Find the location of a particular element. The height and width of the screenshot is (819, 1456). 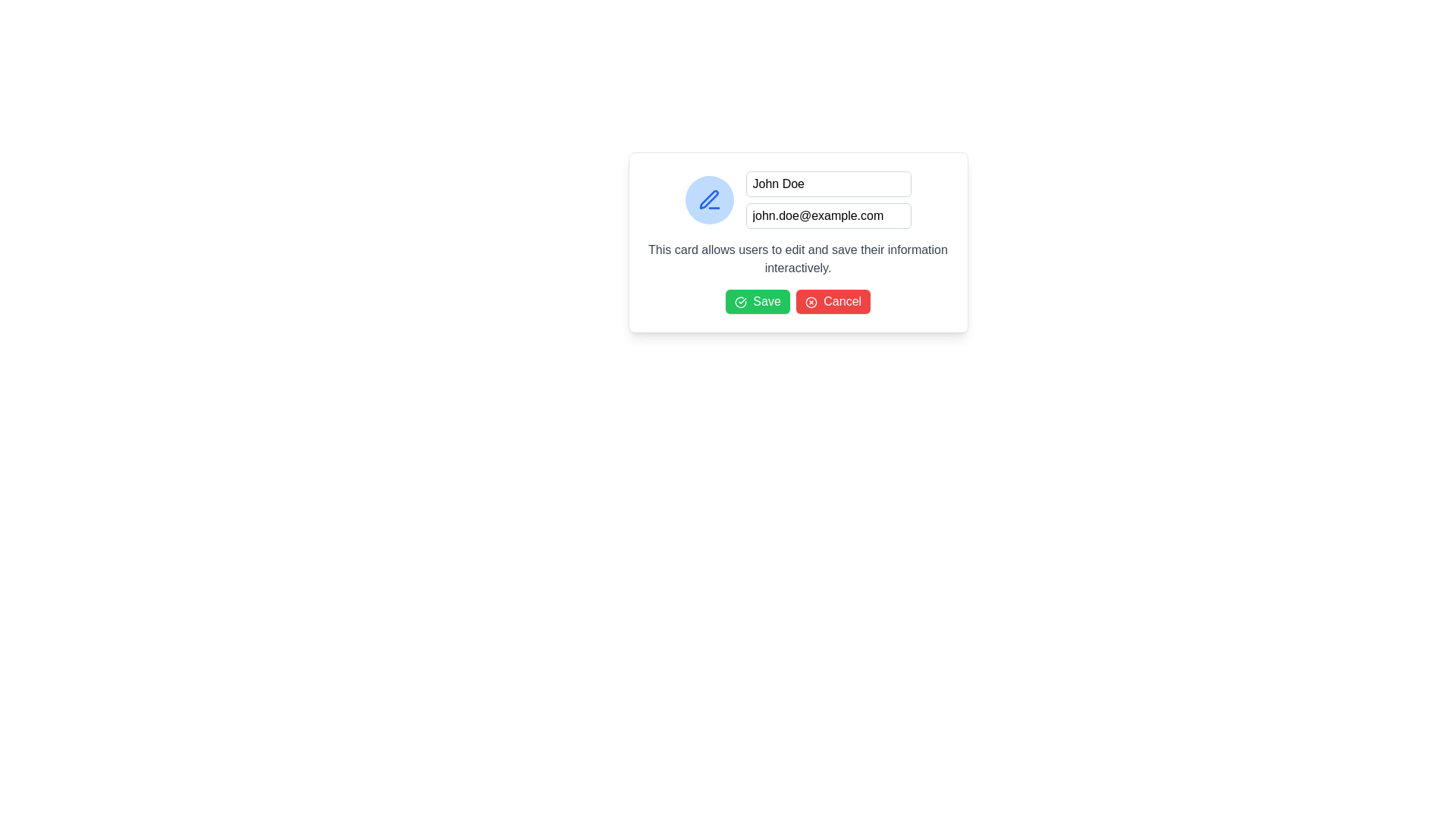

the checked circle SVG icon located to the left of the 'Save' text within the green button at the lower part of the modal interface is located at coordinates (740, 302).